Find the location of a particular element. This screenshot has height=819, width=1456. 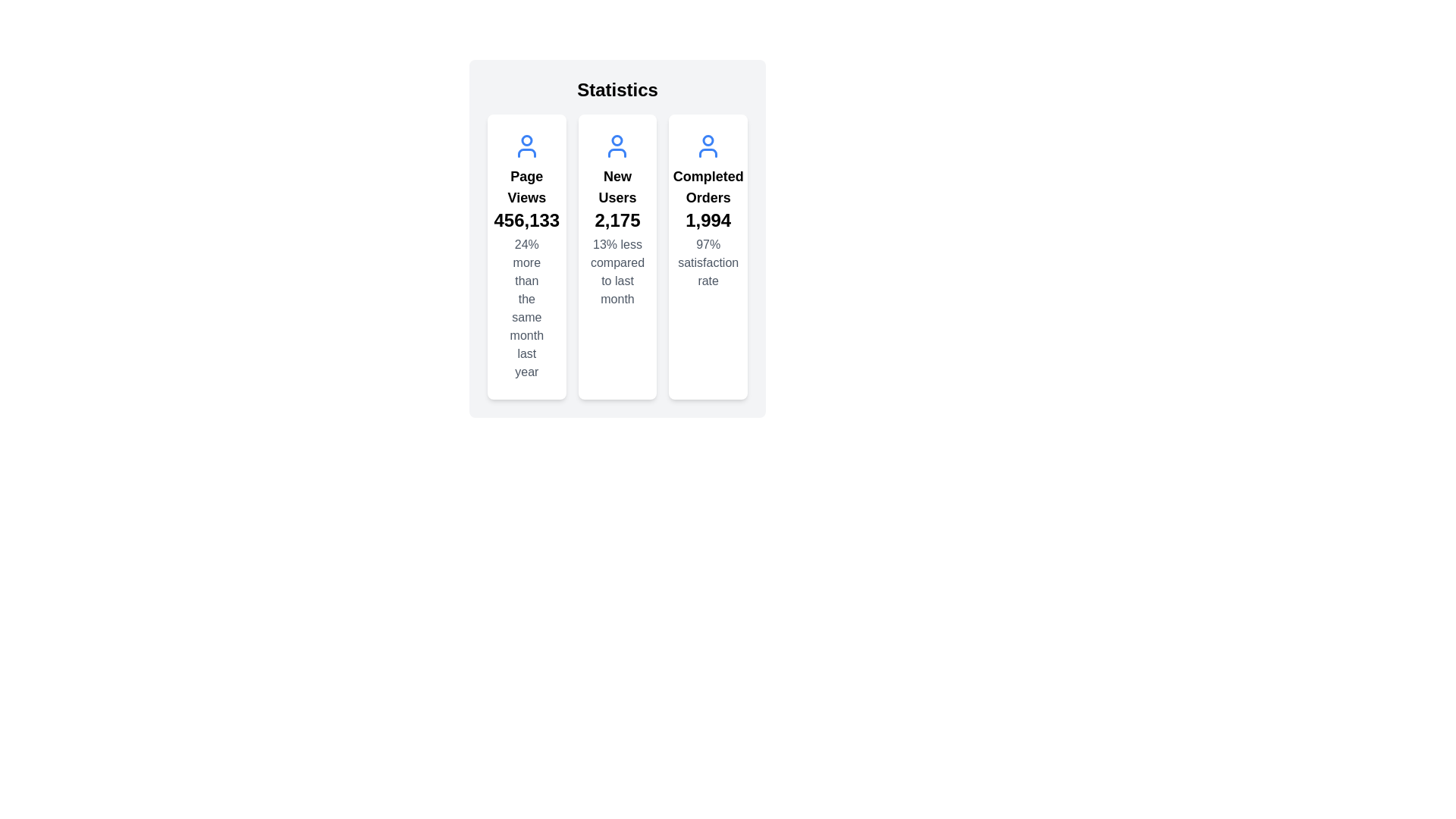

information displayed in the text label showing '97% satisfaction rate' in the 'Completed Orders' card of the statistics panel is located at coordinates (708, 262).